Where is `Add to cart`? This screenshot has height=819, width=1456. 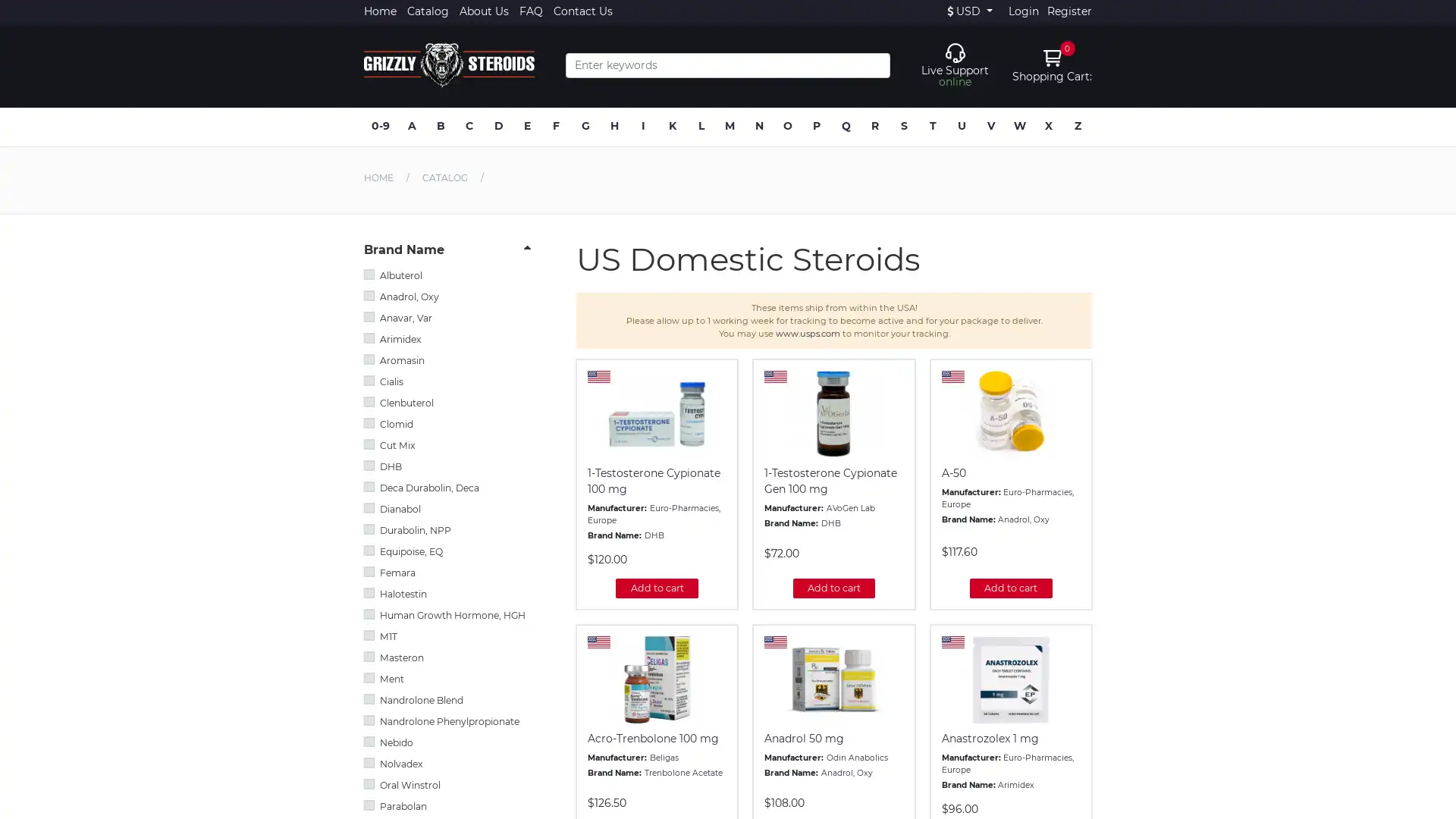
Add to cart is located at coordinates (1011, 587).